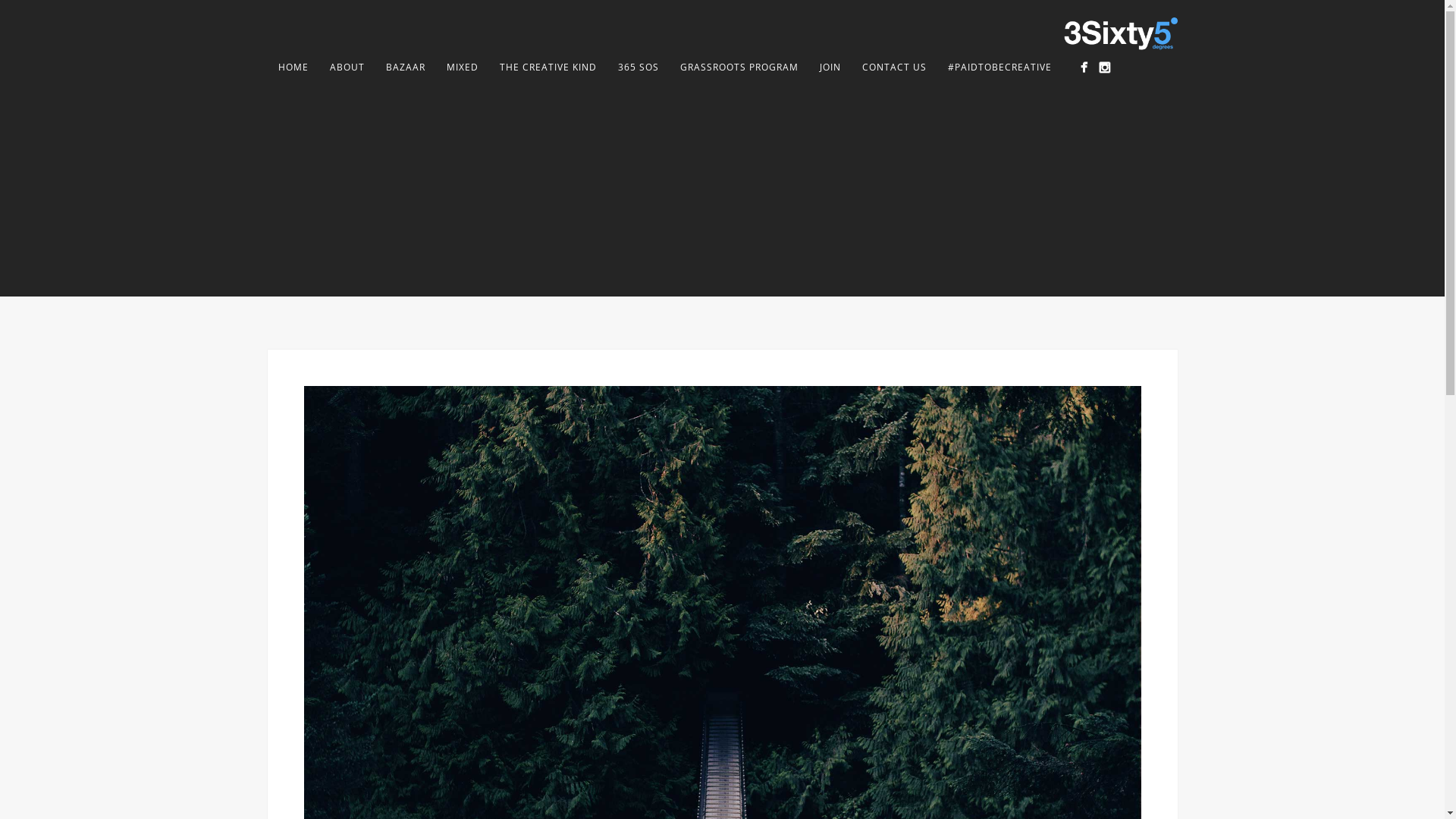 This screenshot has height=819, width=1456. I want to click on 'HOME', so click(292, 66).